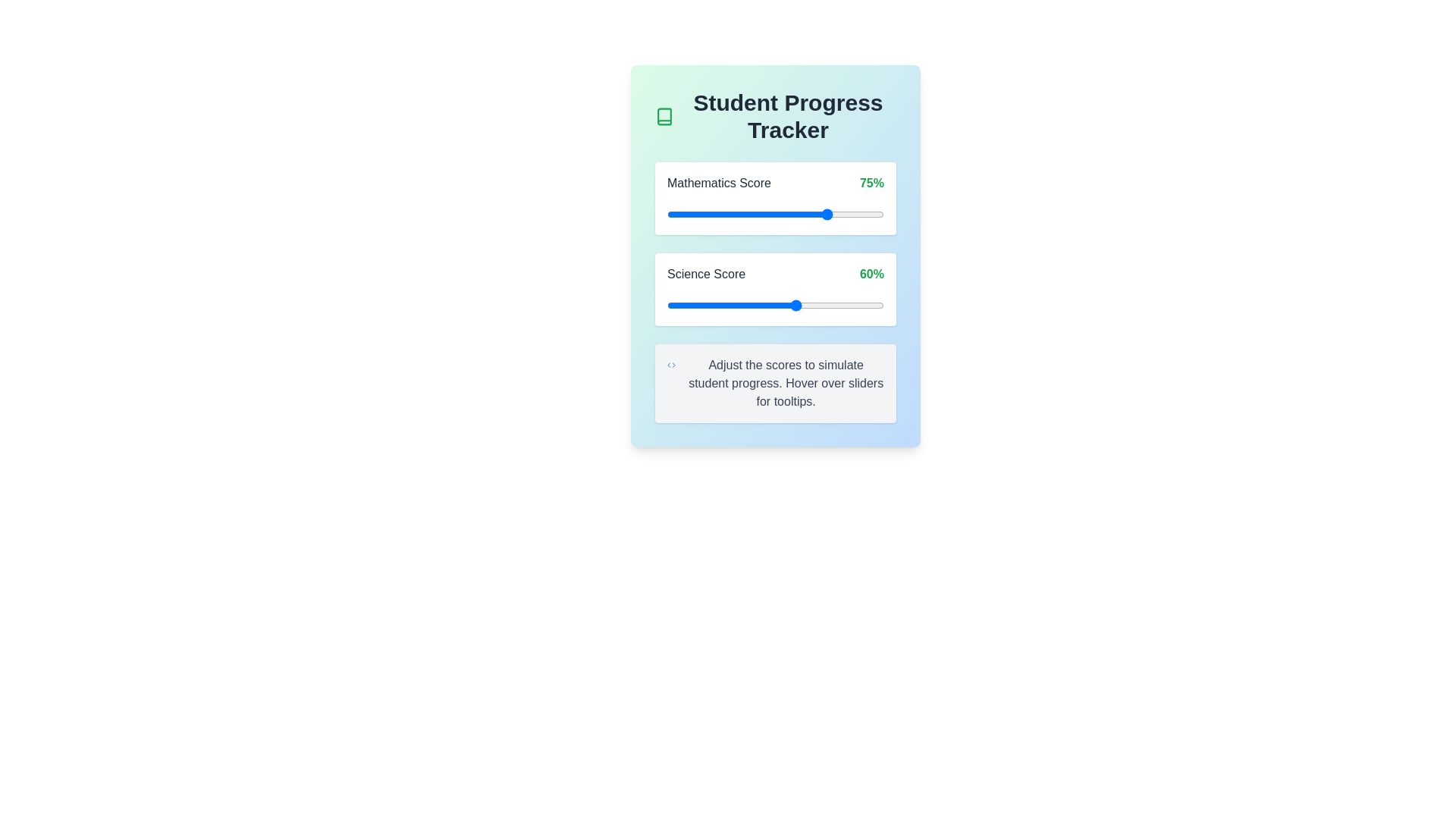  I want to click on the Mathematics slider to view its tooltip, so click(775, 214).